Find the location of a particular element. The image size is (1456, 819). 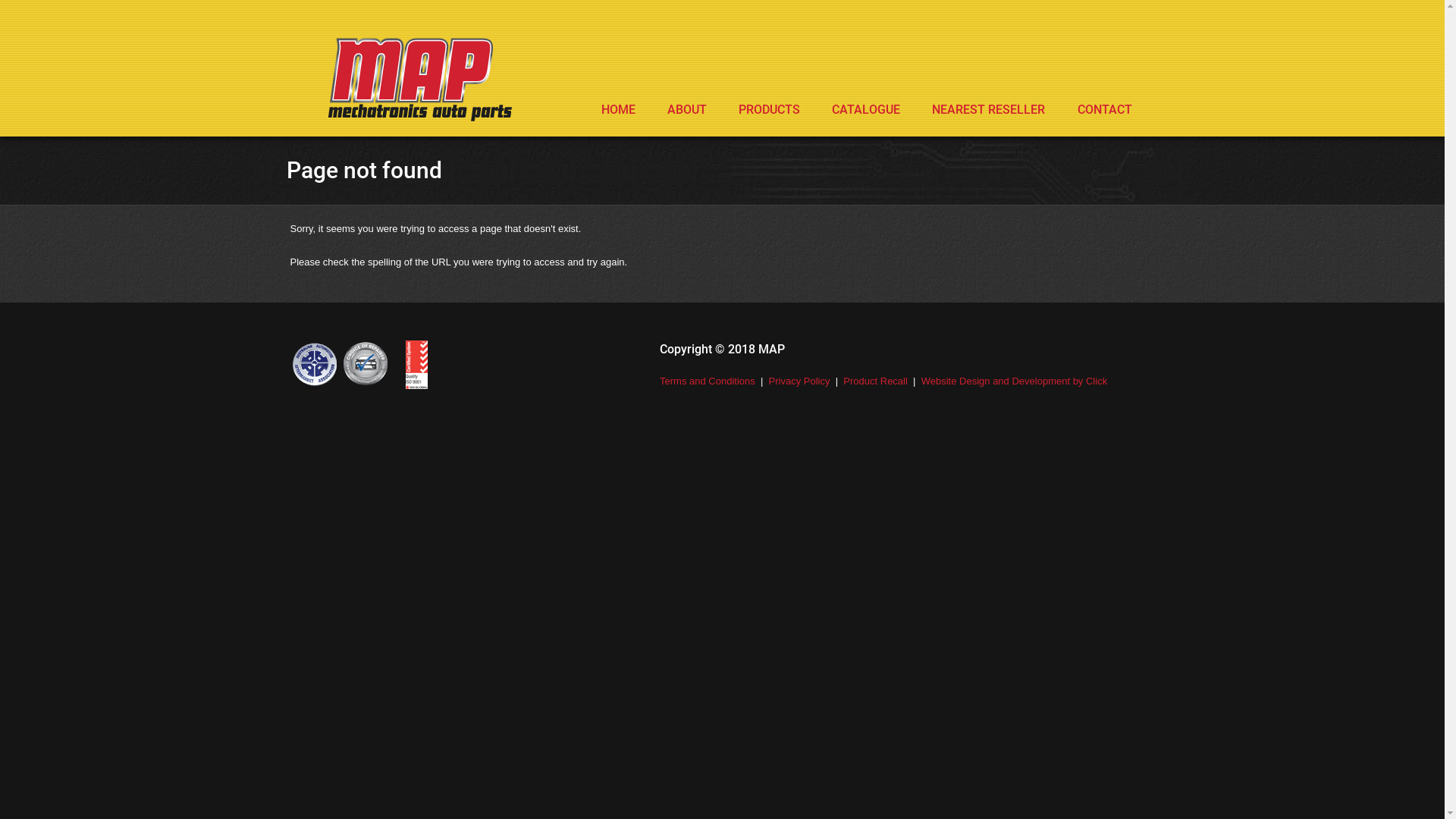

'Choice of Repairer' is located at coordinates (417, 365).